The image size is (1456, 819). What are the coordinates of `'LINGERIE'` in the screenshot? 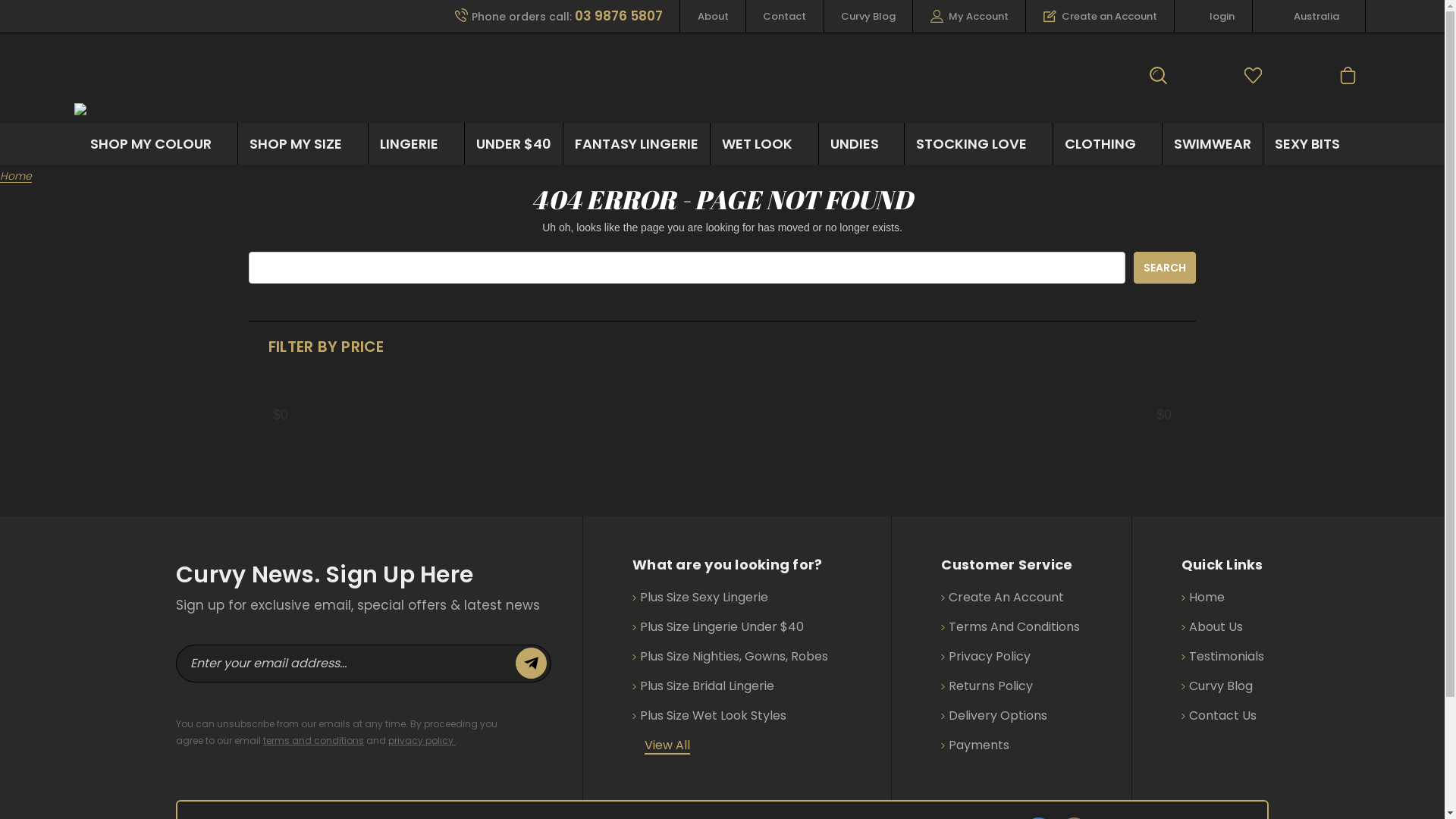 It's located at (416, 143).